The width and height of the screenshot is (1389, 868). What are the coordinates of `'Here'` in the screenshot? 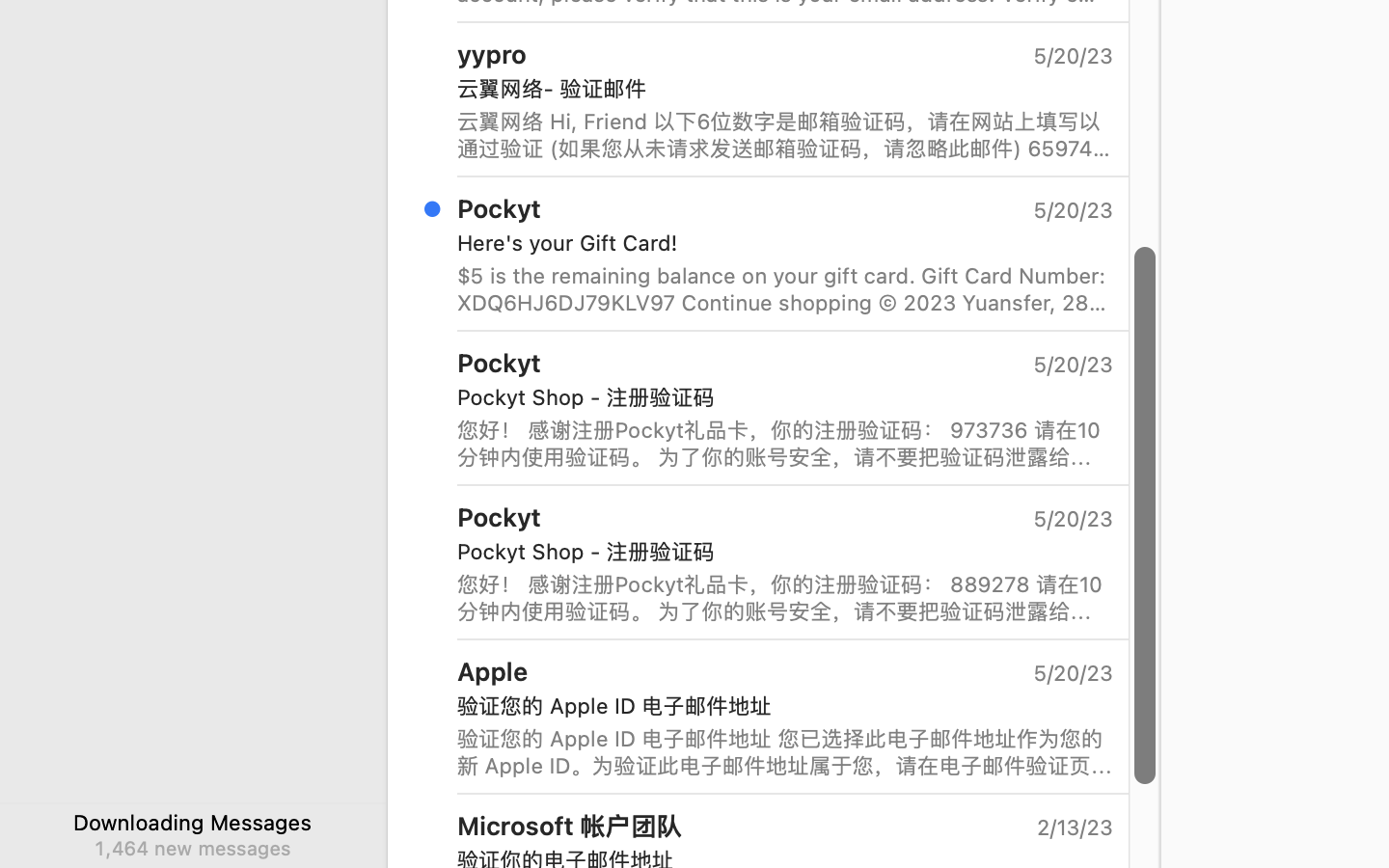 It's located at (776, 242).